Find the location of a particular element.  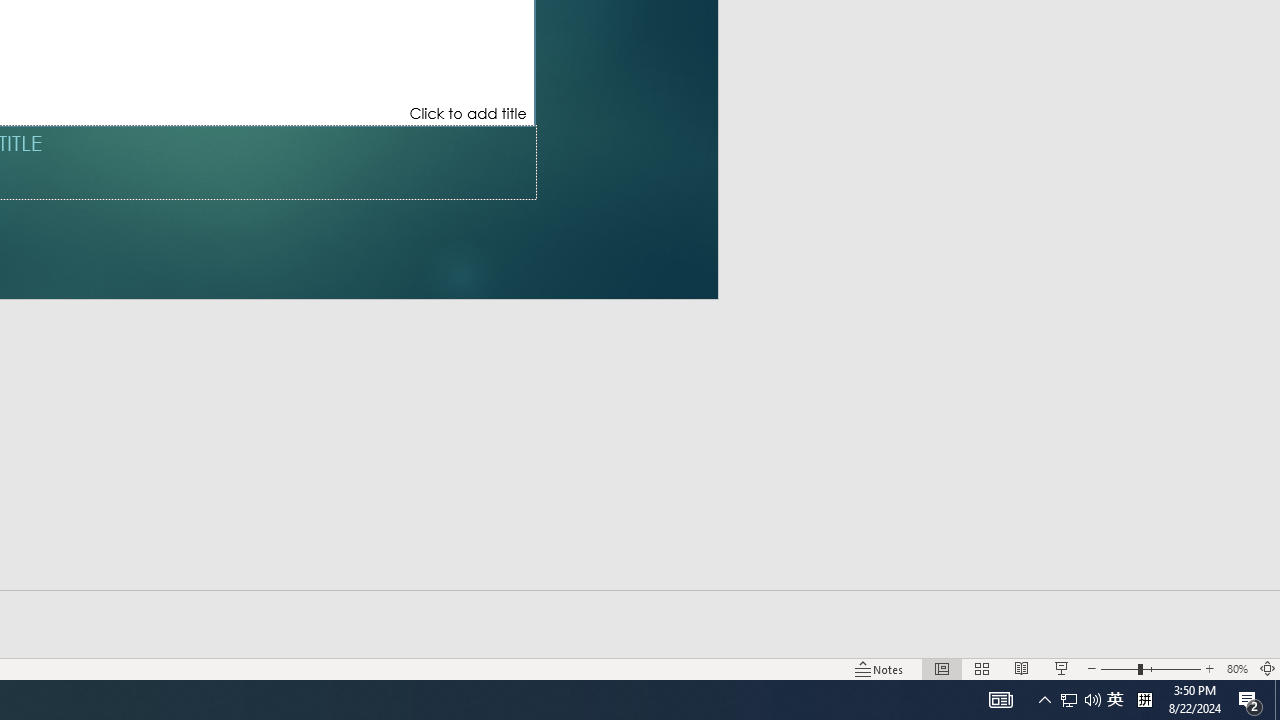

'Zoom 80%' is located at coordinates (1236, 669).